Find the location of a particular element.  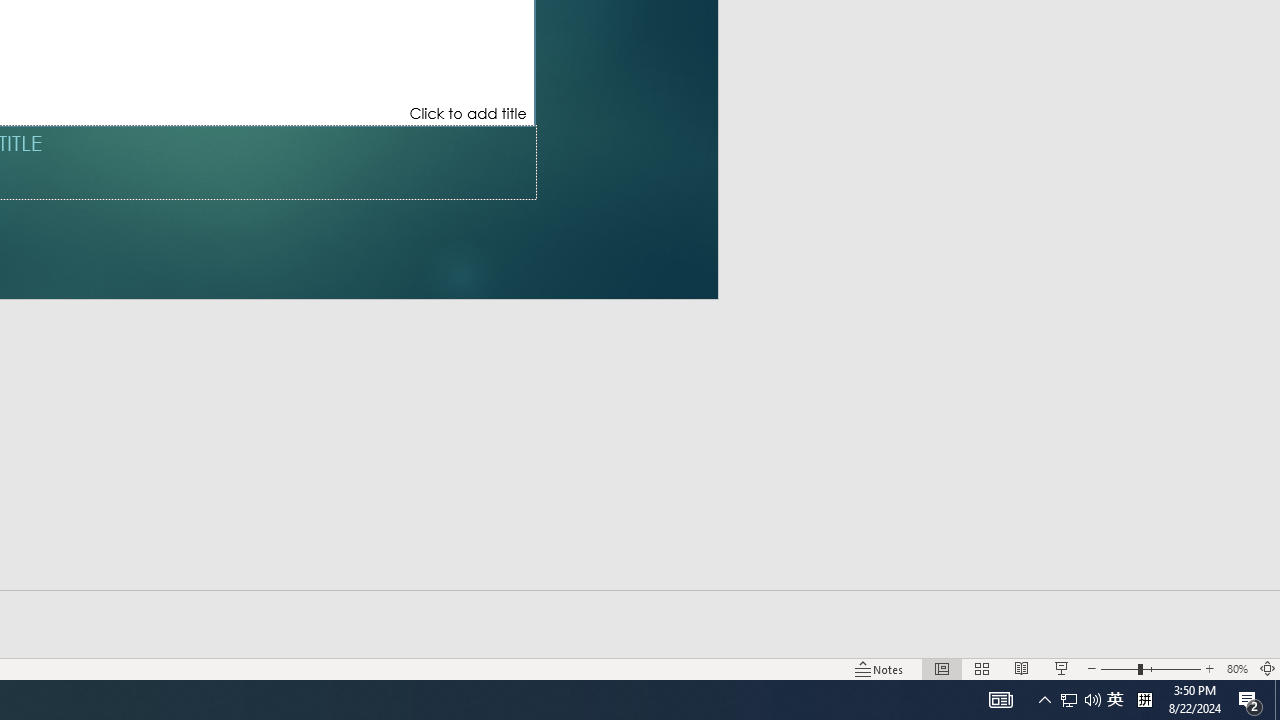

'Zoom 80%' is located at coordinates (1236, 669).